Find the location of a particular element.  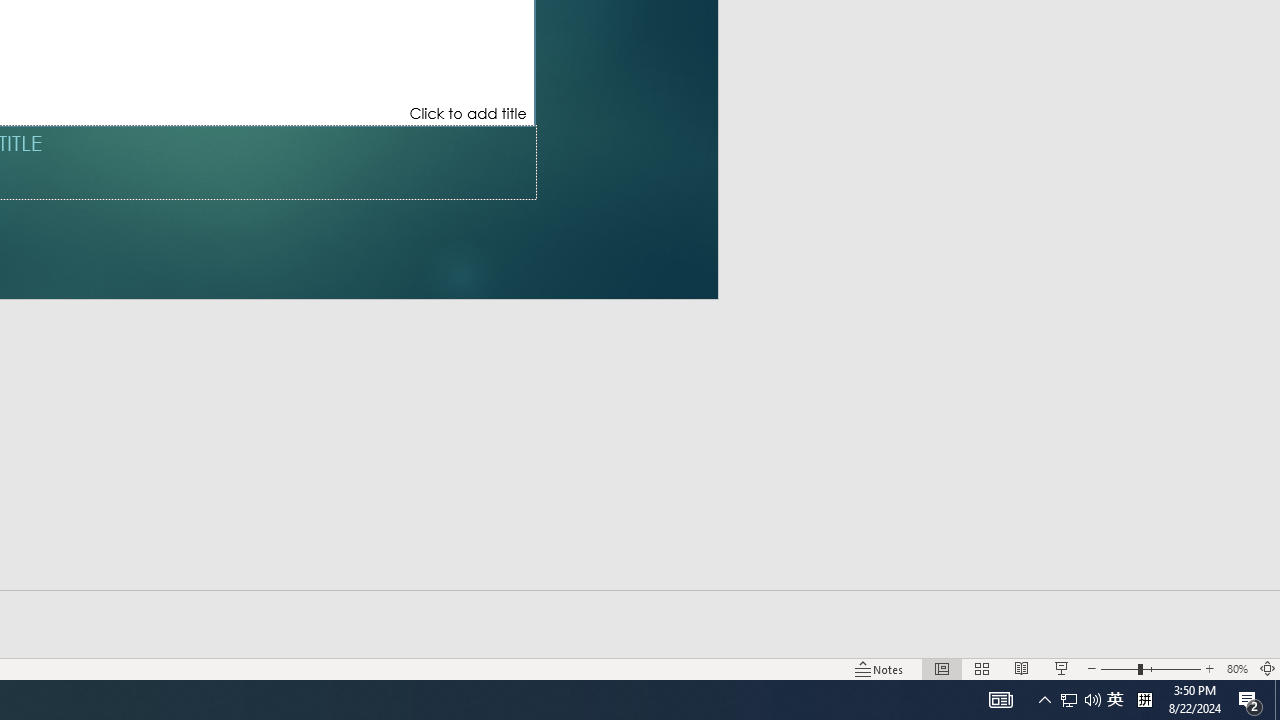

'Zoom 80%' is located at coordinates (1236, 669).